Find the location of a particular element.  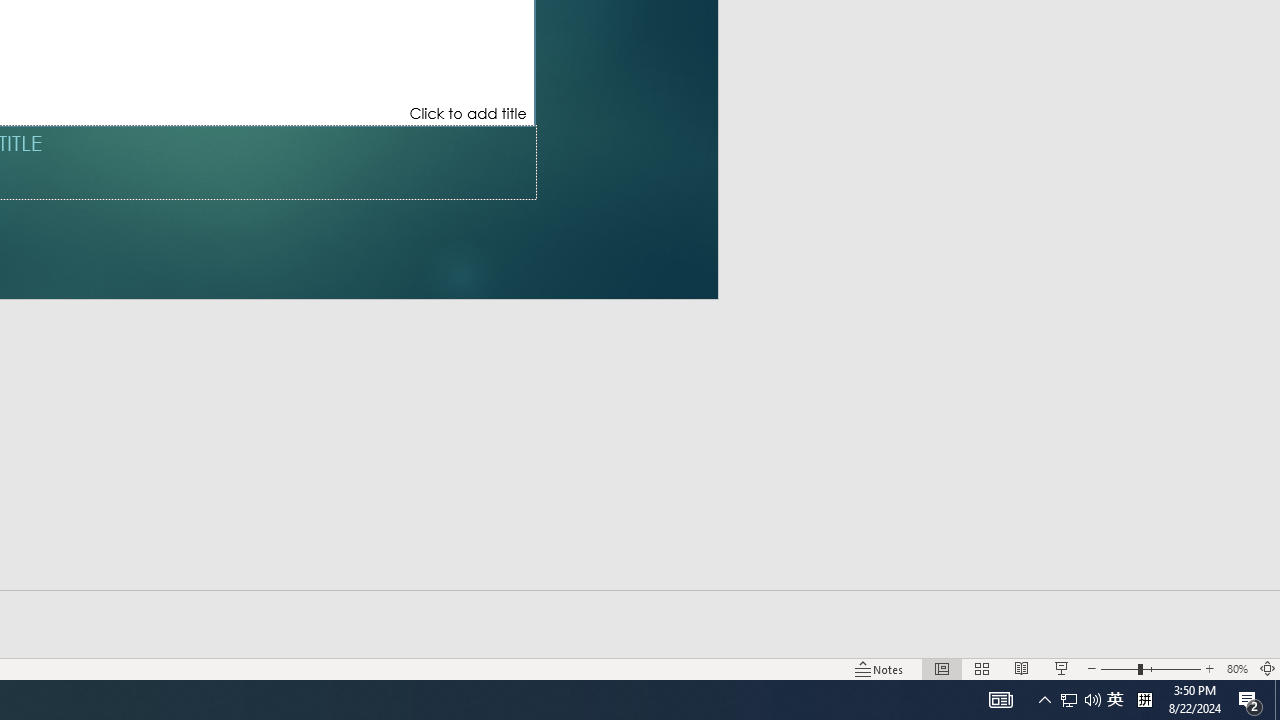

'Zoom 80%' is located at coordinates (1236, 669).